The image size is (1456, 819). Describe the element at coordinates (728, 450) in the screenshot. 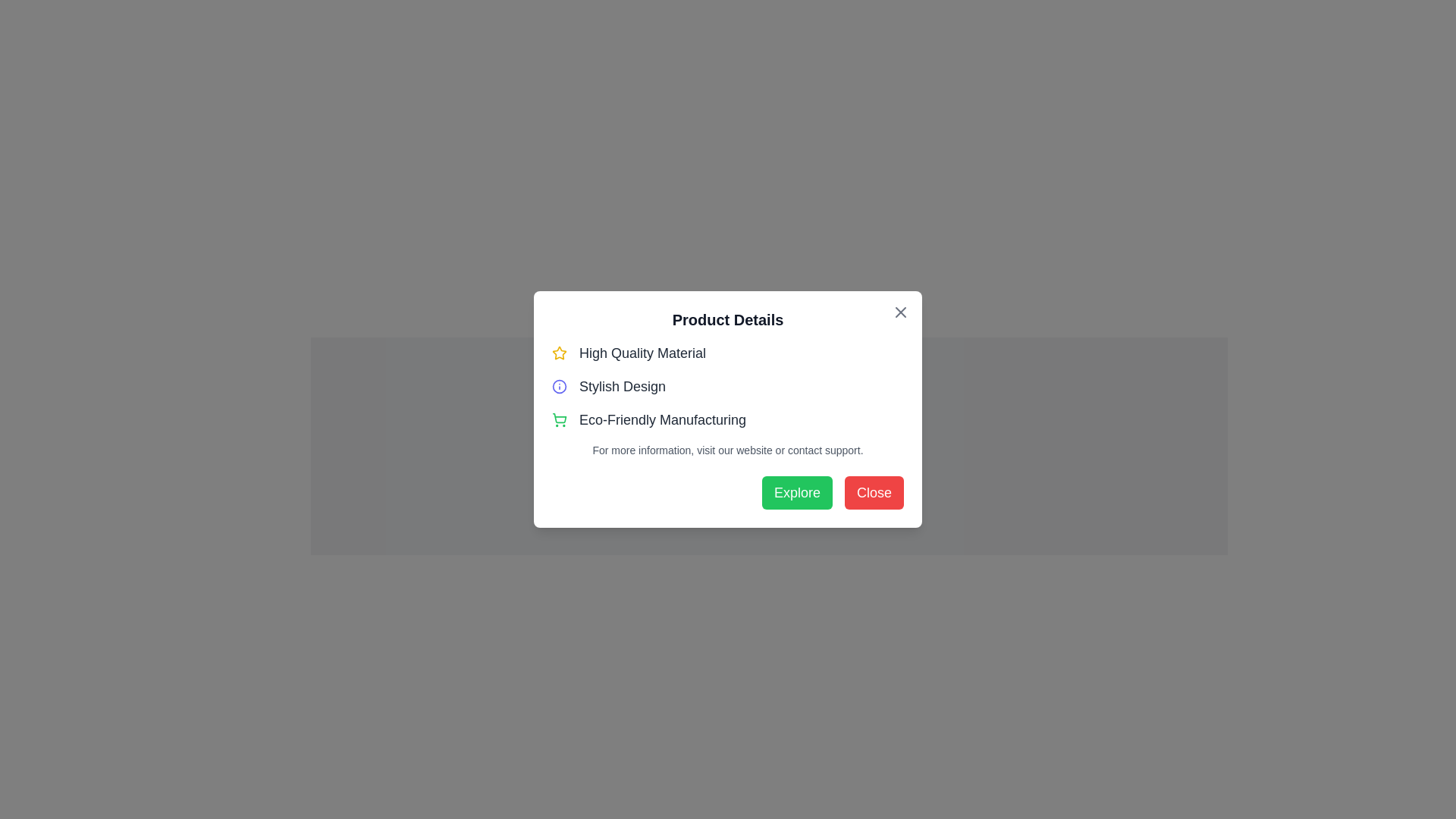

I see `the static text element that provides supplementary information in the 'Product Details' dialog box, located below the product features and above the 'Explore' and 'Close' buttons` at that location.